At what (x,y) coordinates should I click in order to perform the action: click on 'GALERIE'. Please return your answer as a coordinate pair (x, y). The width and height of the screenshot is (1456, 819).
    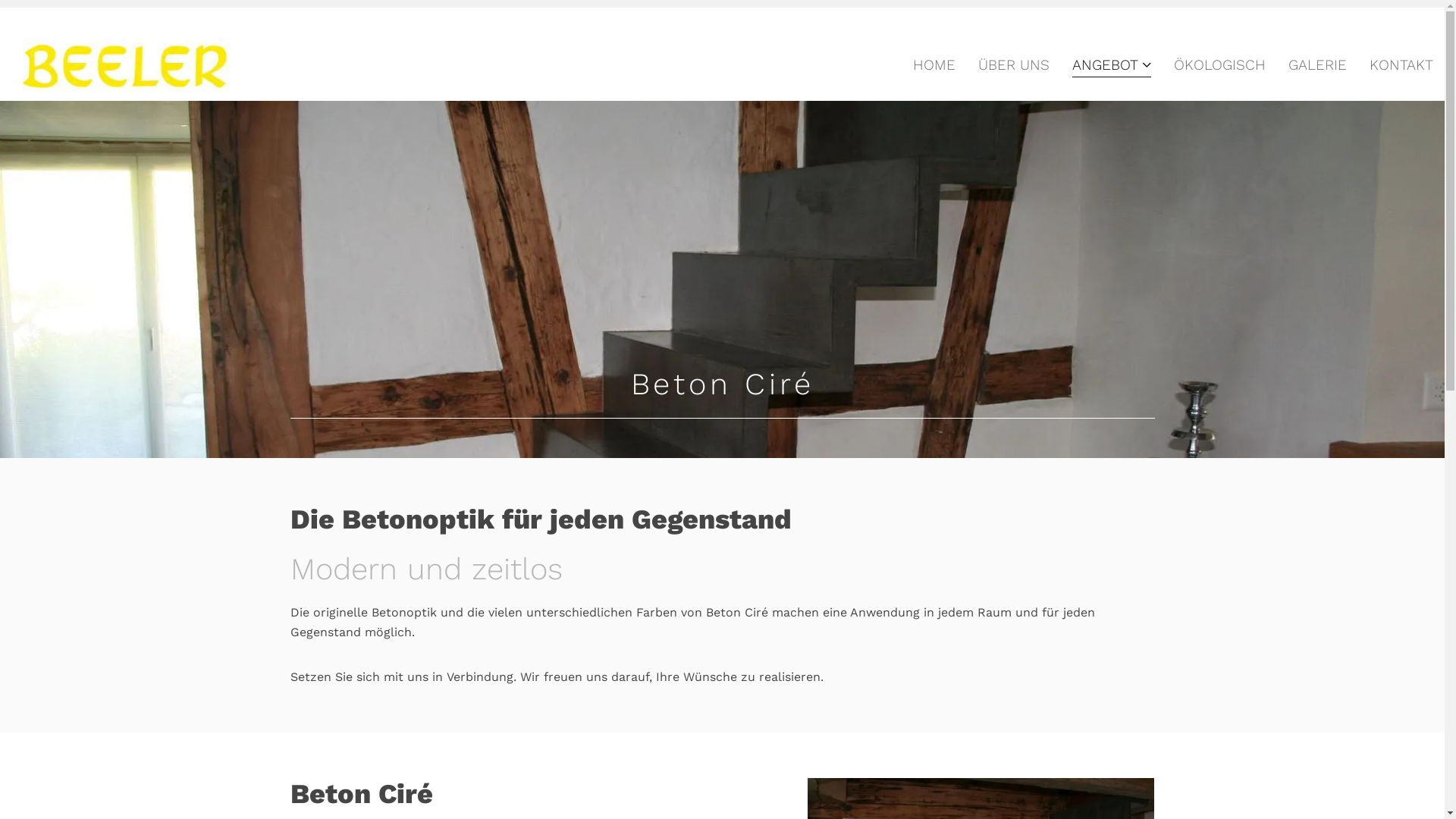
    Looking at the image, I should click on (1288, 63).